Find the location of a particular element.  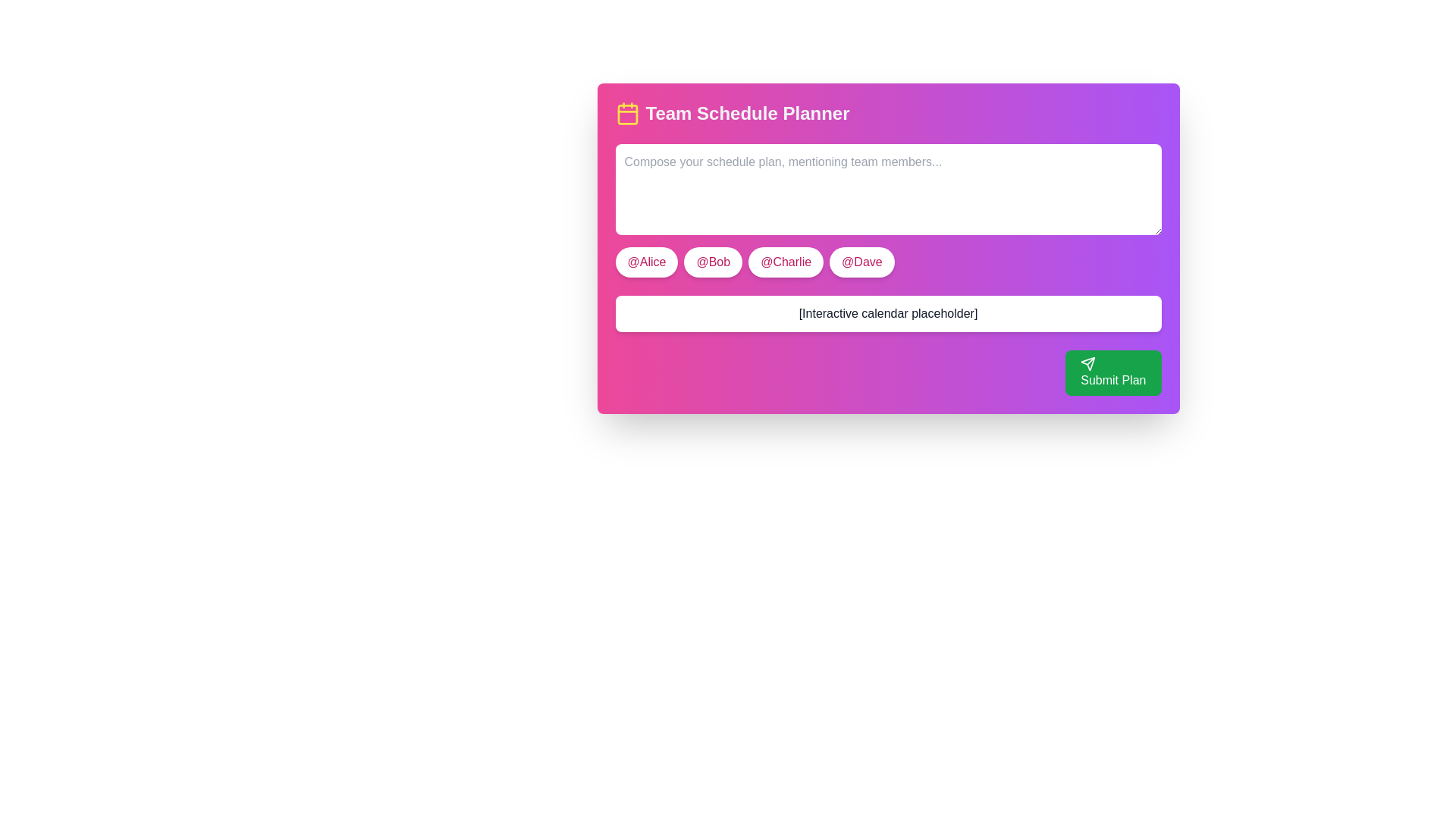

the button that mentions or tags the user 'Charlie', which is the third button in a group of four buttons arranged horizontally is located at coordinates (786, 262).